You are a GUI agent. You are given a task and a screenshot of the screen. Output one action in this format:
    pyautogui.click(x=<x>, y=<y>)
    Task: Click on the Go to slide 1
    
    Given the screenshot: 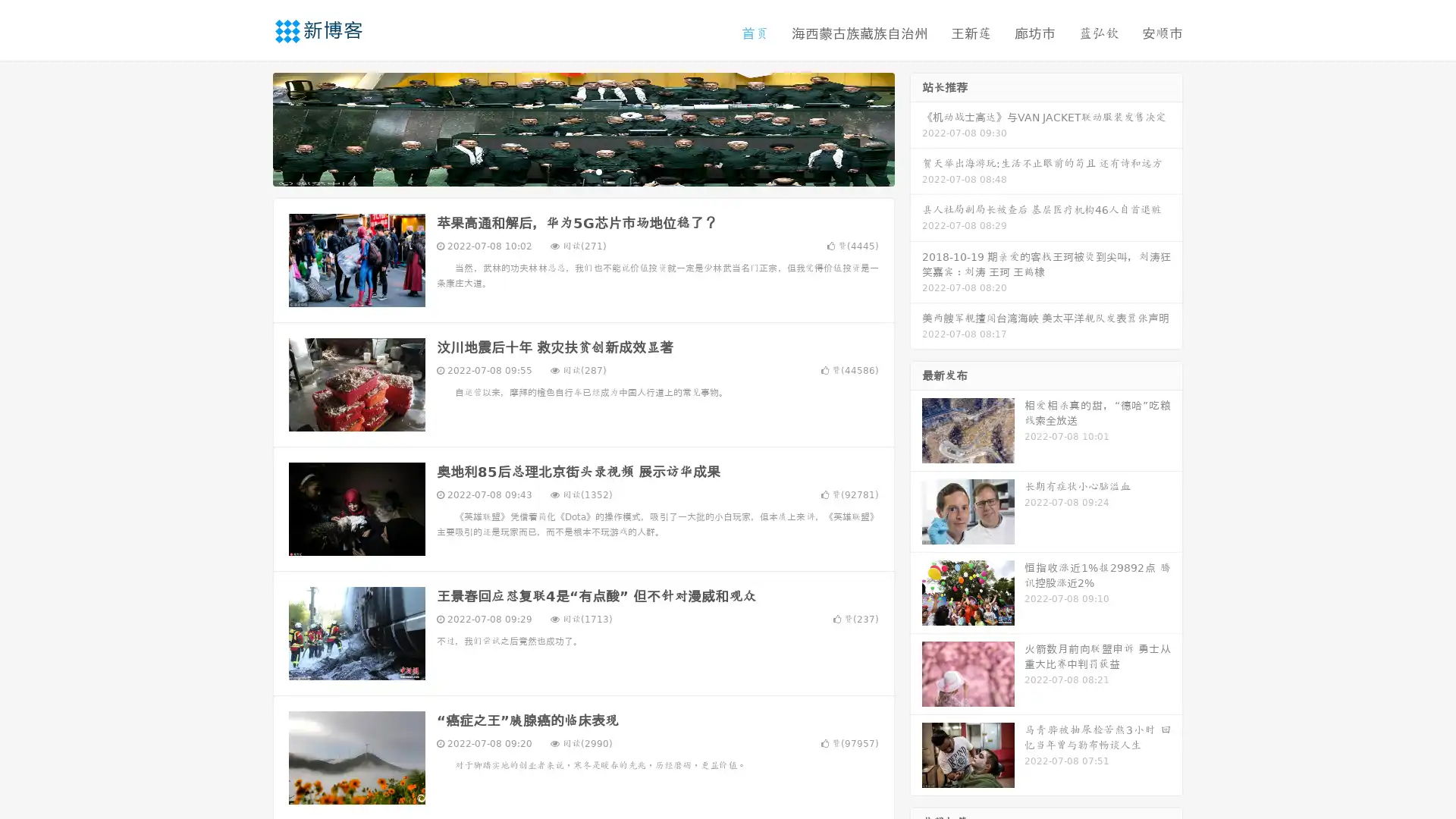 What is the action you would take?
    pyautogui.click(x=567, y=171)
    